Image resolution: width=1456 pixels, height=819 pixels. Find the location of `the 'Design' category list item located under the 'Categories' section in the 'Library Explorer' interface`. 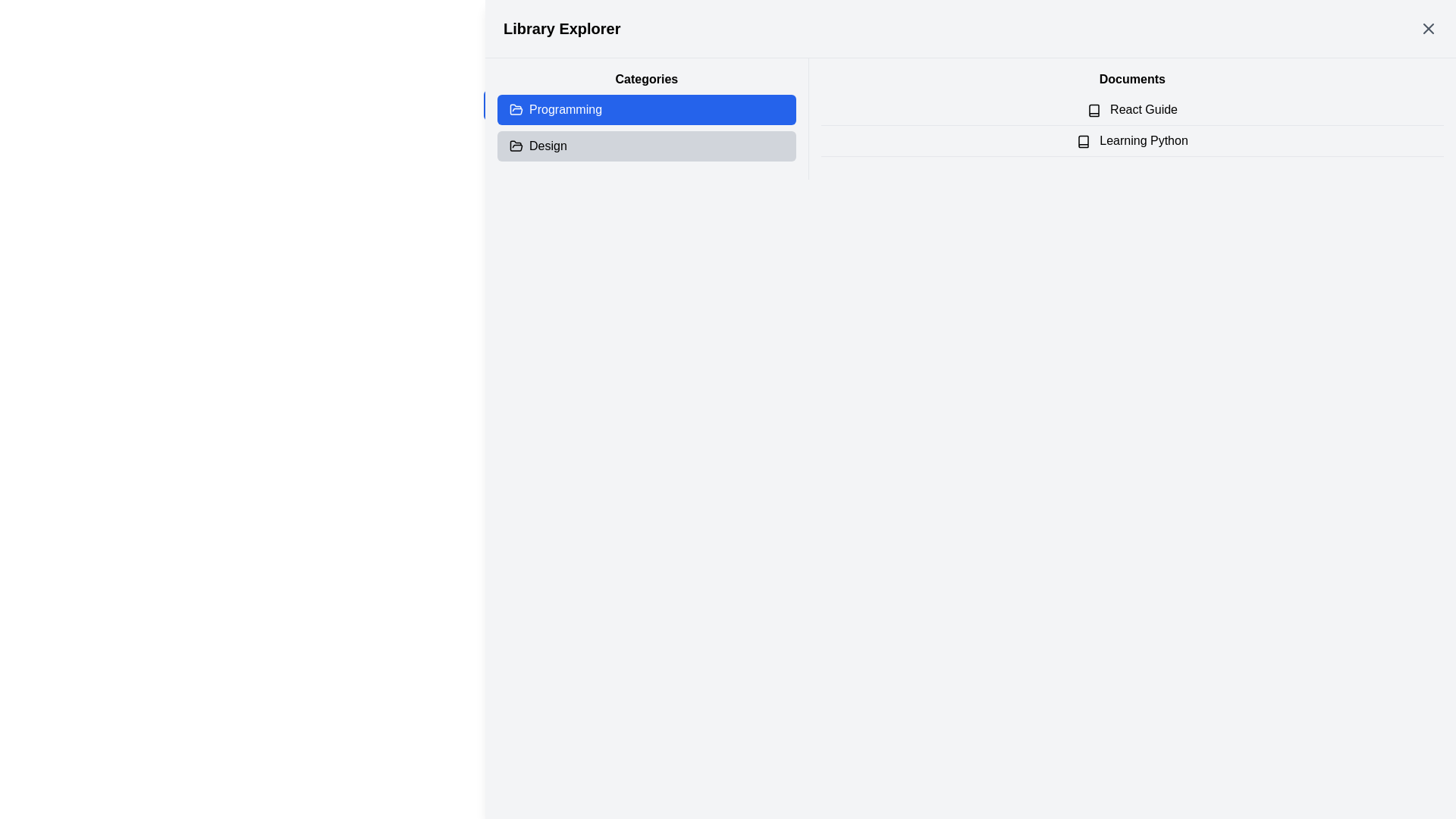

the 'Design' category list item located under the 'Categories' section in the 'Library Explorer' interface is located at coordinates (646, 146).